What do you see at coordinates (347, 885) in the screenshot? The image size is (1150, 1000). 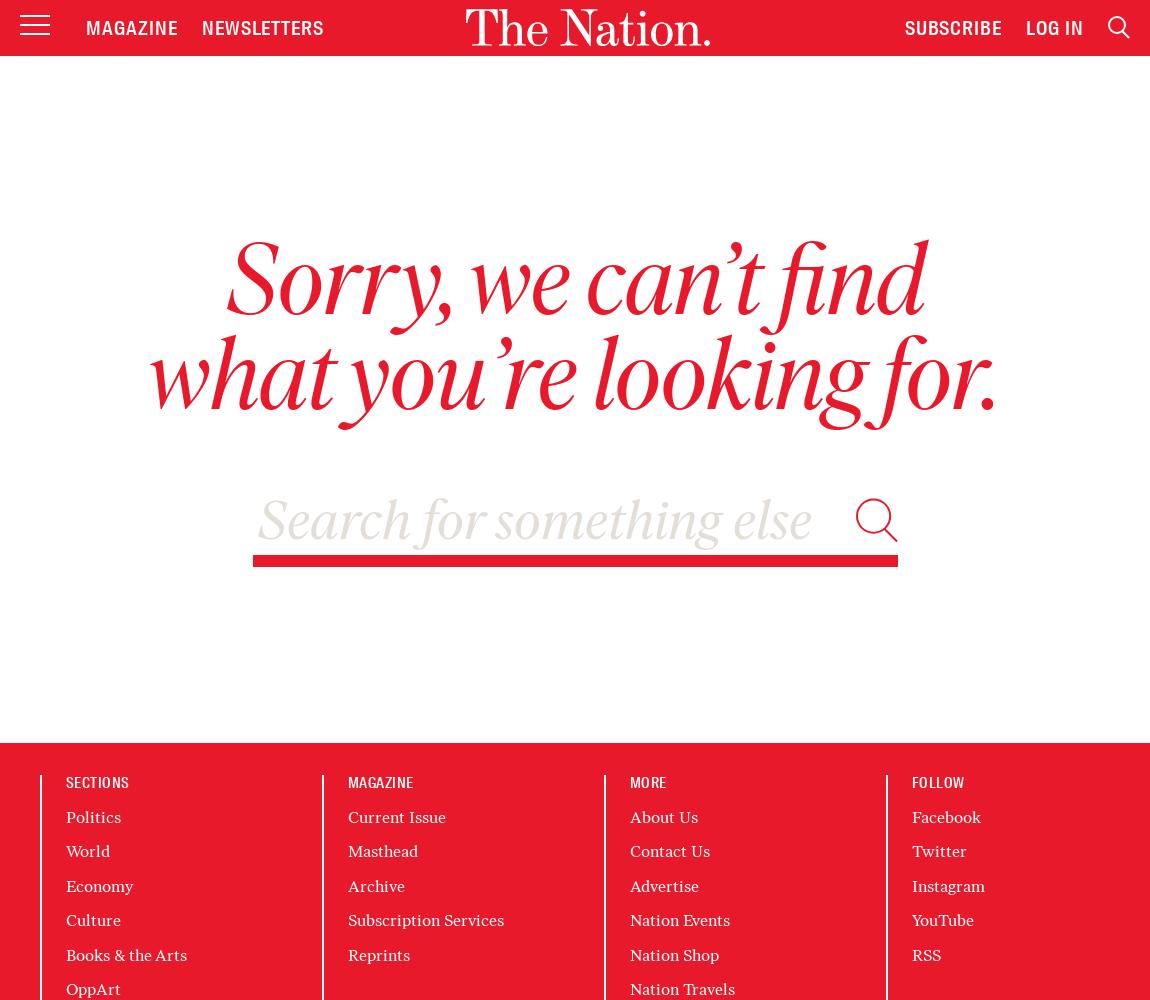 I see `'Archive'` at bounding box center [347, 885].